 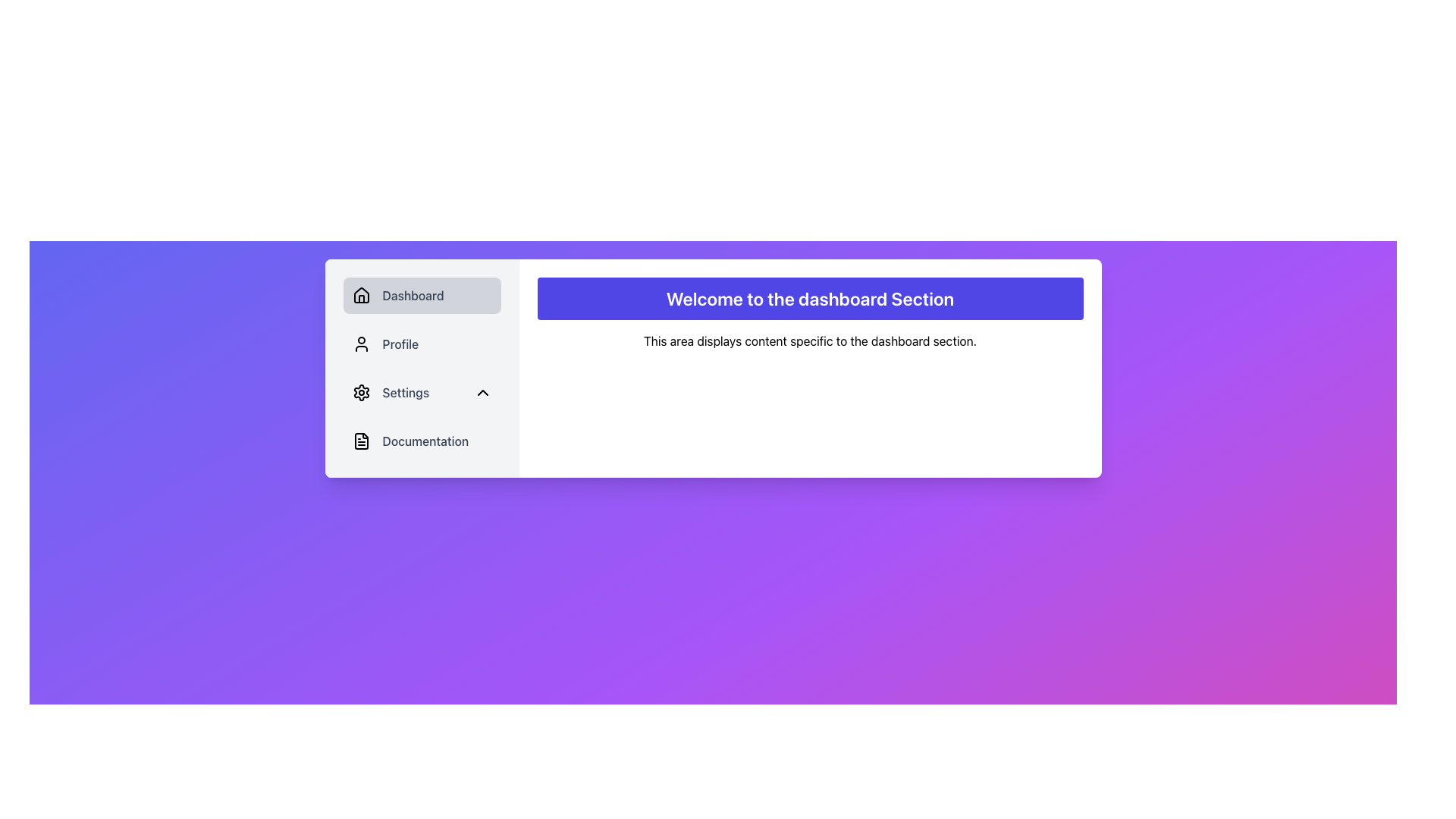 What do you see at coordinates (360, 344) in the screenshot?
I see `the user profile SVG icon located in the vertical navigation menu, which is positioned to the left of the text 'Profile'` at bounding box center [360, 344].